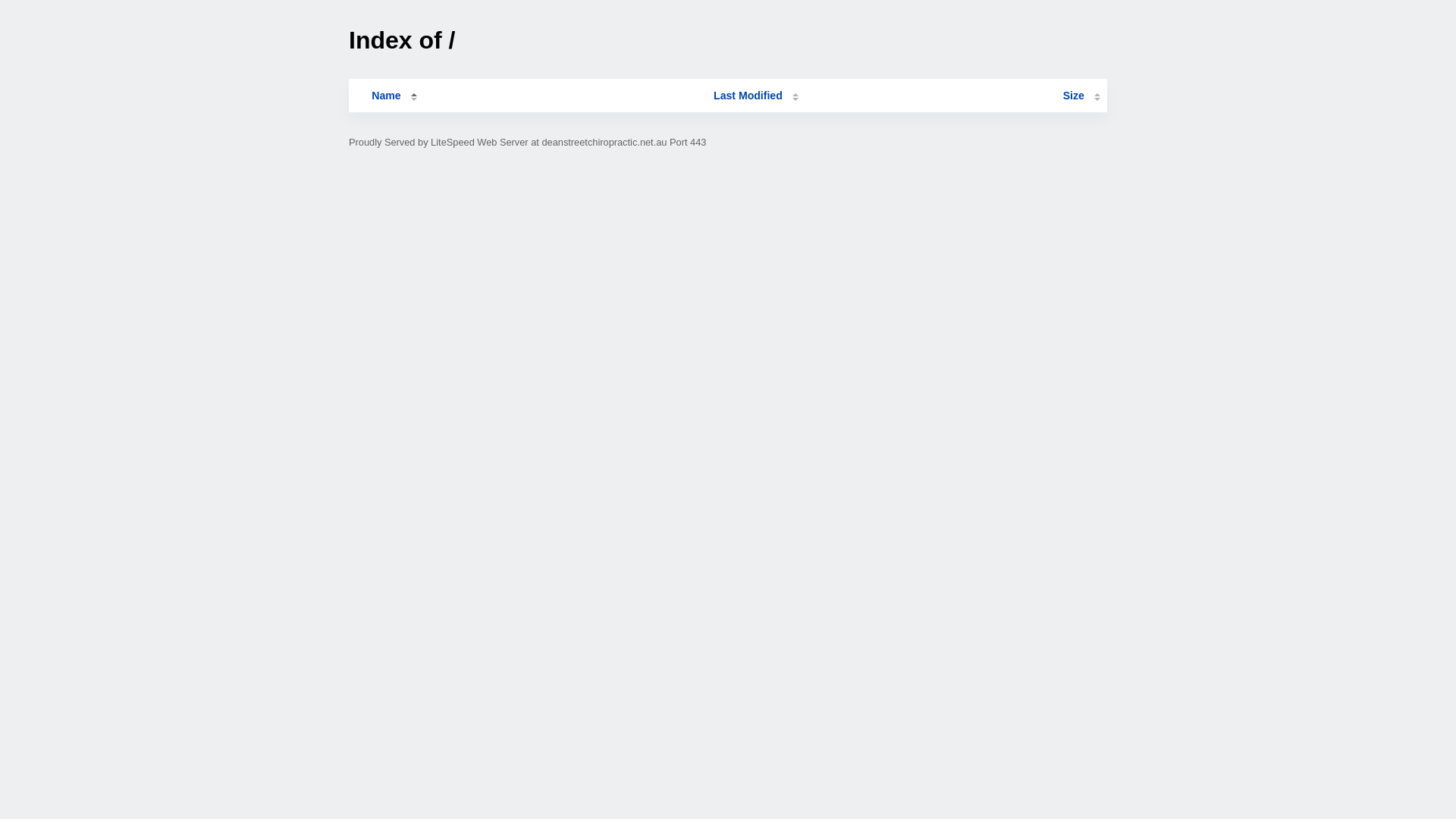 This screenshot has width=1456, height=819. Describe the element at coordinates (385, 96) in the screenshot. I see `'Name'` at that location.